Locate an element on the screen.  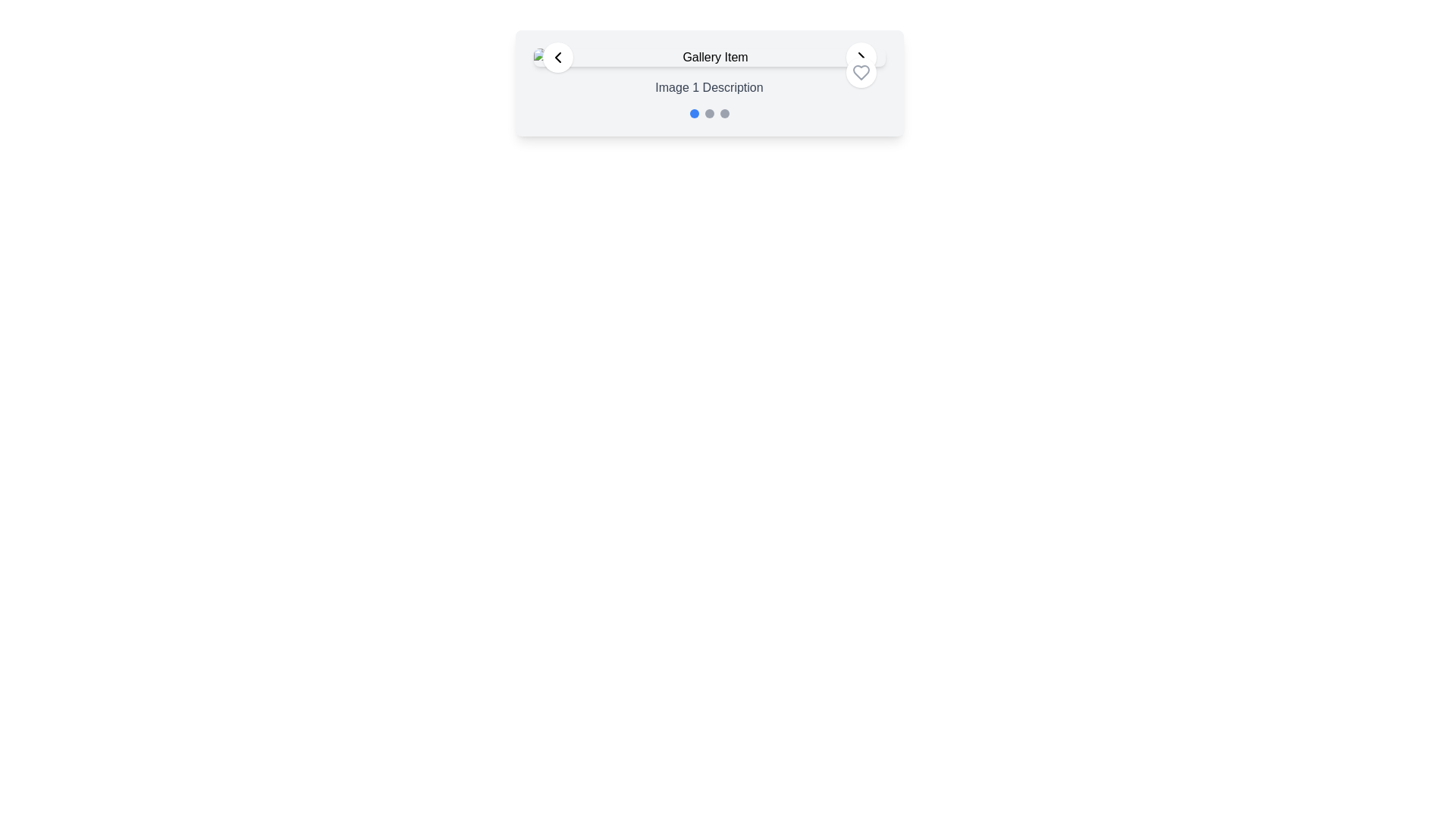
the circular button with a white background and black left-facing chevron icon is located at coordinates (557, 57).